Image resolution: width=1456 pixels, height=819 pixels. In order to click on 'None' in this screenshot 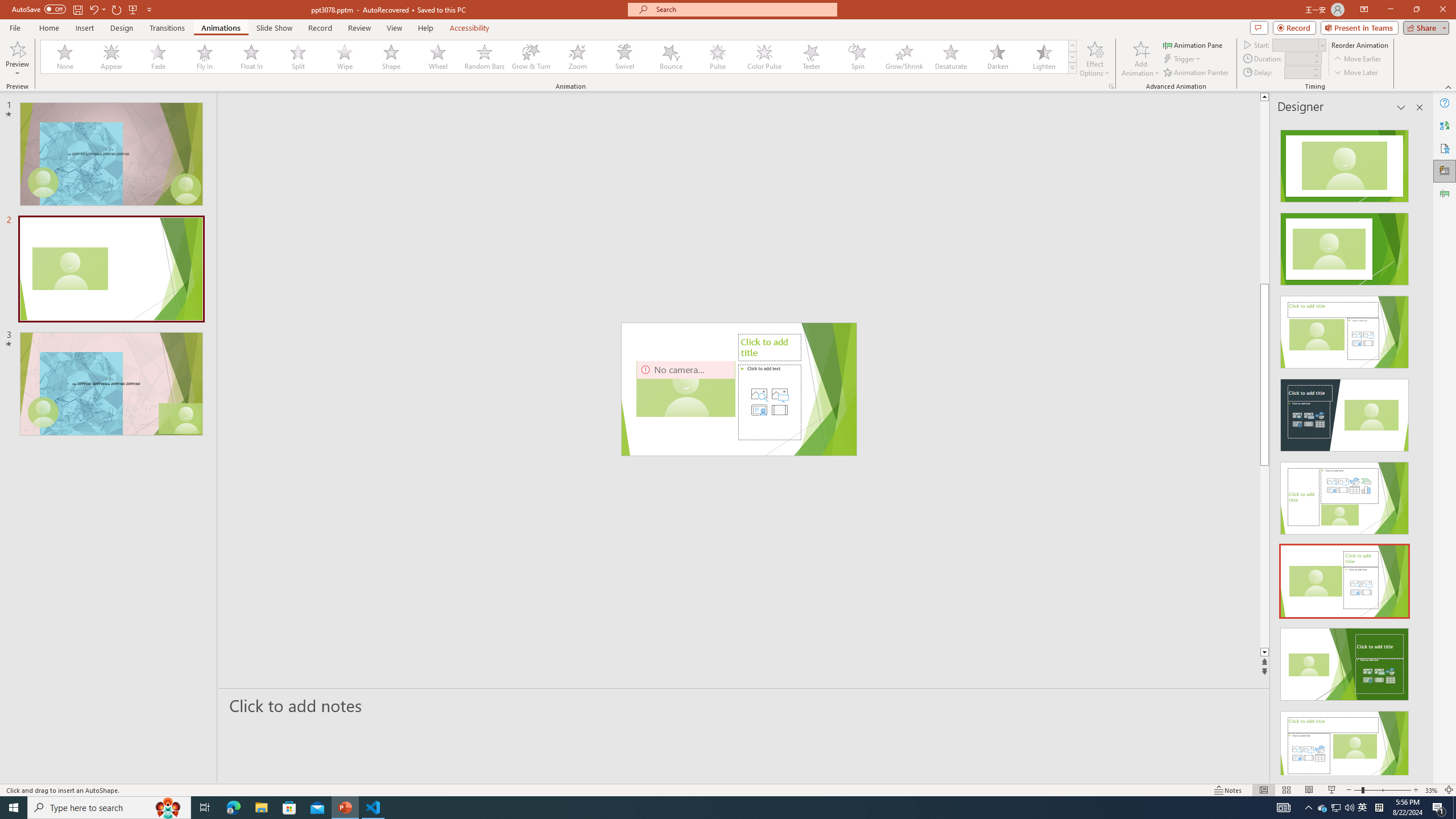, I will do `click(65, 56)`.